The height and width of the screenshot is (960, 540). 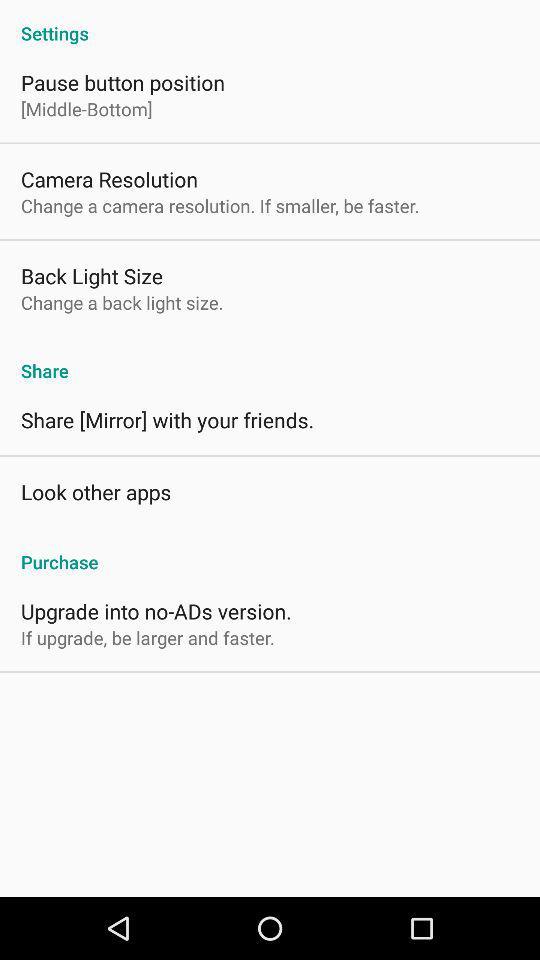 I want to click on app below the look other apps, so click(x=270, y=551).